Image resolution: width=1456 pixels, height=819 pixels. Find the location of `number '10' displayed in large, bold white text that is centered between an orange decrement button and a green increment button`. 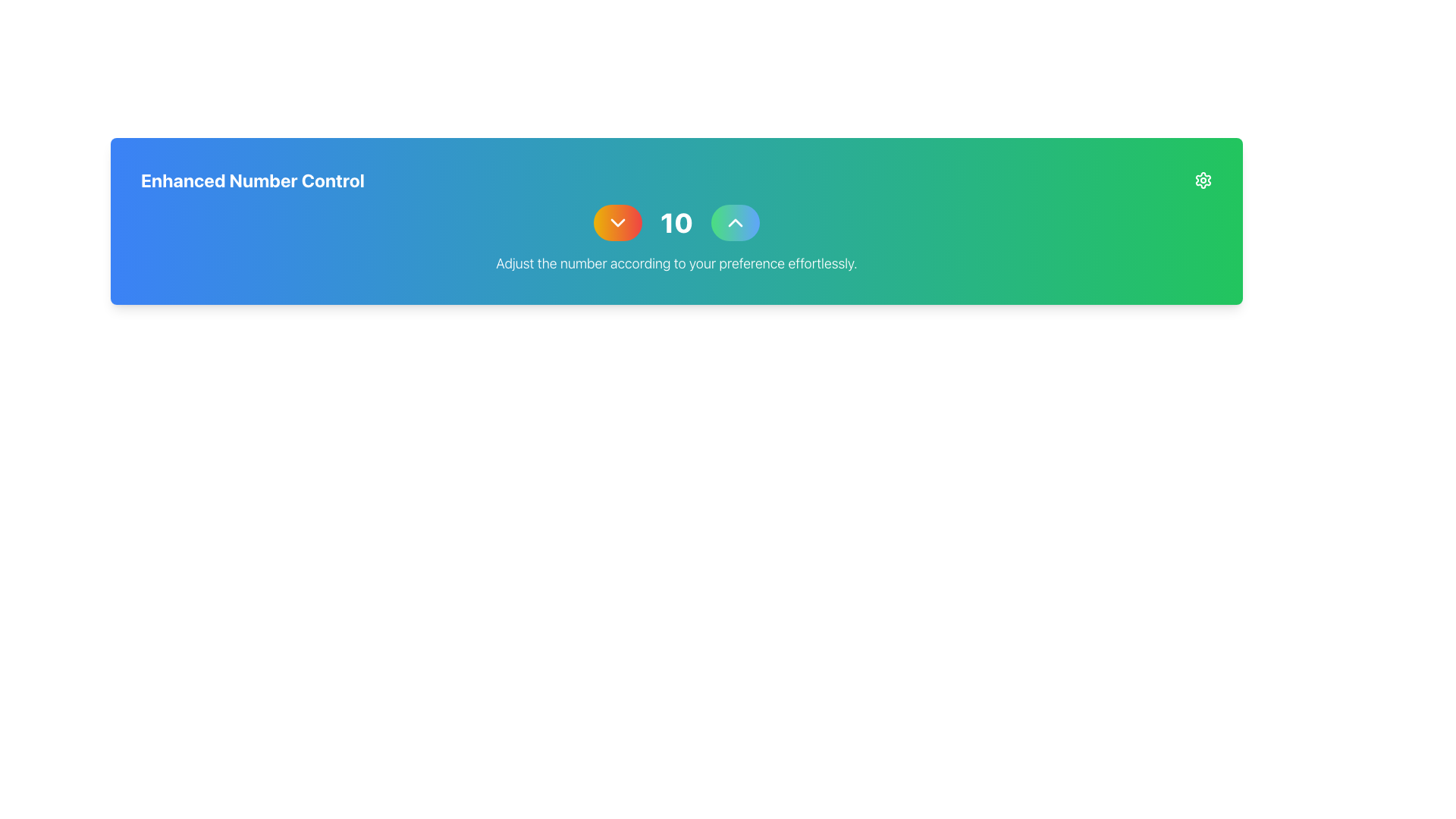

number '10' displayed in large, bold white text that is centered between an orange decrement button and a green increment button is located at coordinates (676, 222).